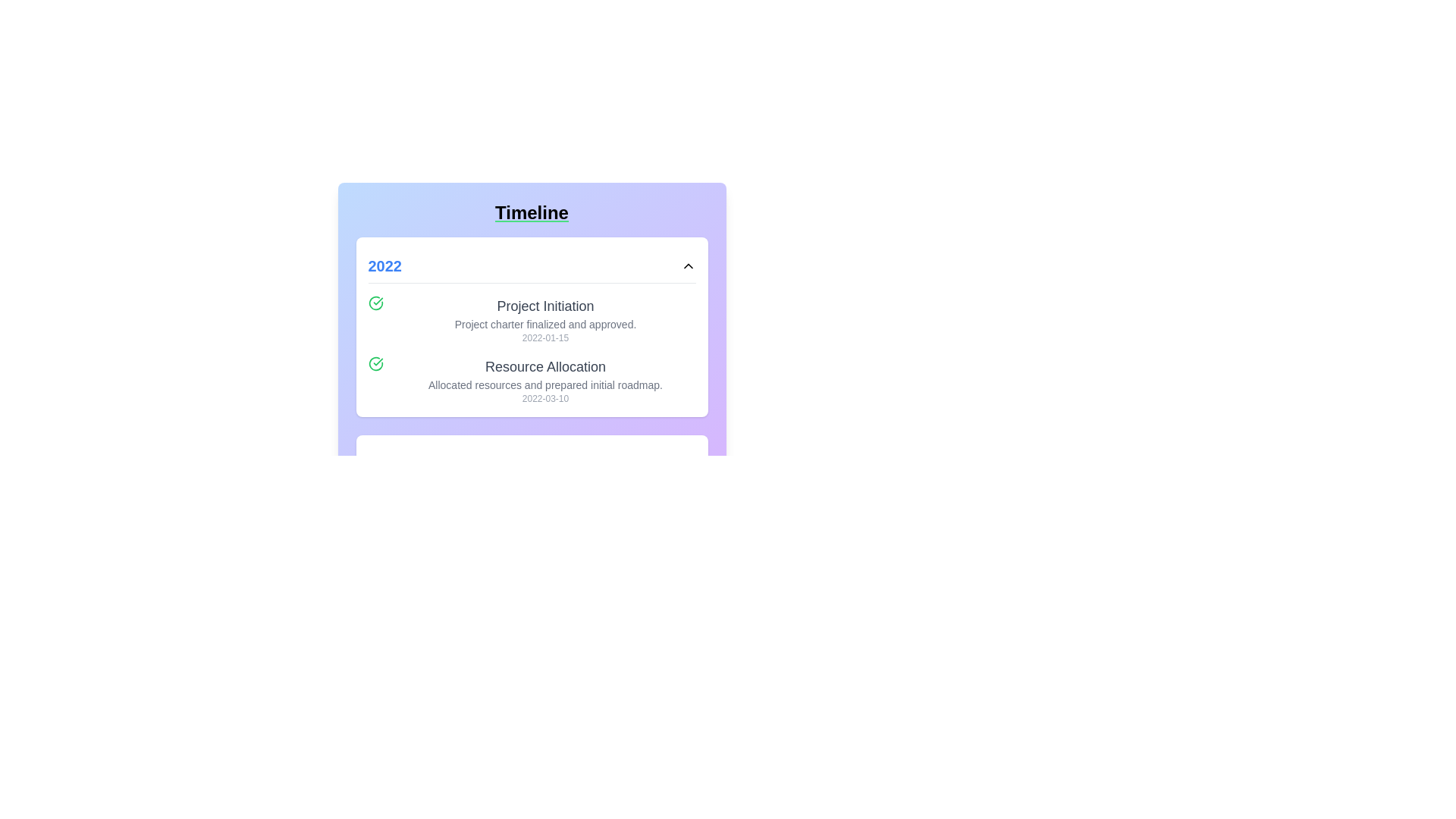 This screenshot has height=819, width=1456. Describe the element at coordinates (545, 337) in the screenshot. I see `the small text displaying the date '2022-01-15' to view it in detail` at that location.